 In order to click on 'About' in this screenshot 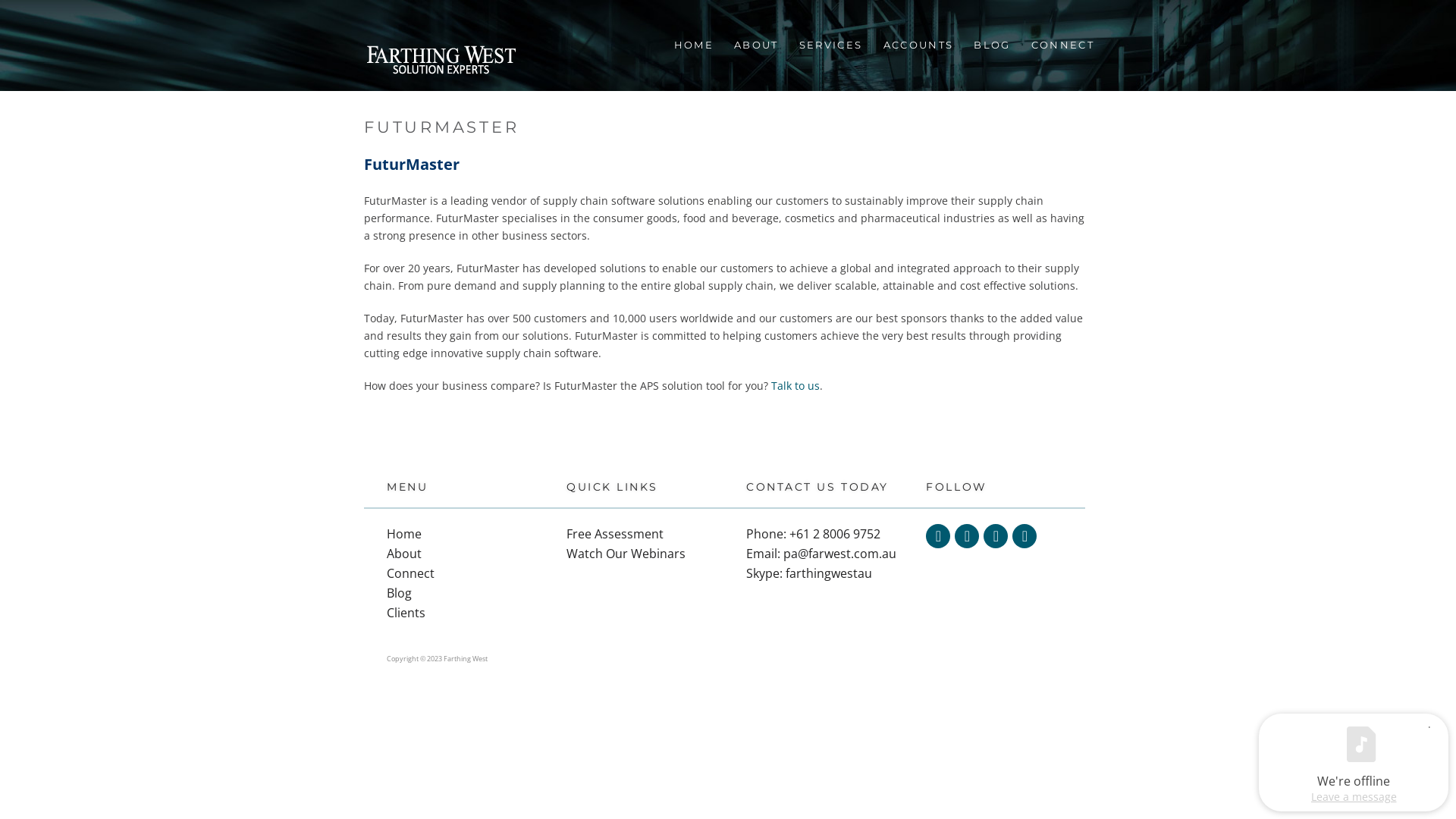, I will do `click(403, 553)`.